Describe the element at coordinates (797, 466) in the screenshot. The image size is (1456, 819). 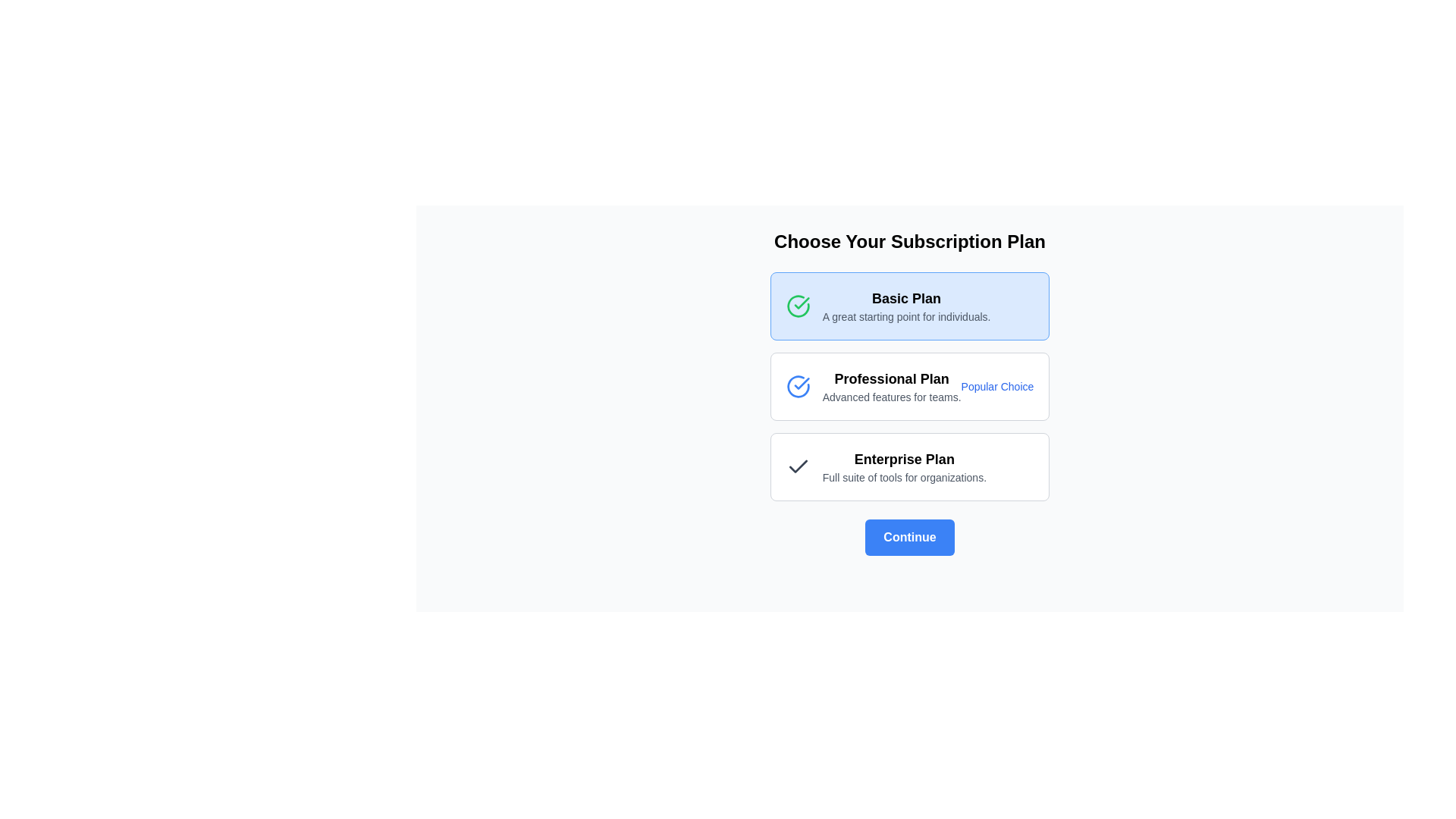
I see `the gray checkmark icon located in the 'Enterprise Plan' section, positioned to the left of the plan description text` at that location.